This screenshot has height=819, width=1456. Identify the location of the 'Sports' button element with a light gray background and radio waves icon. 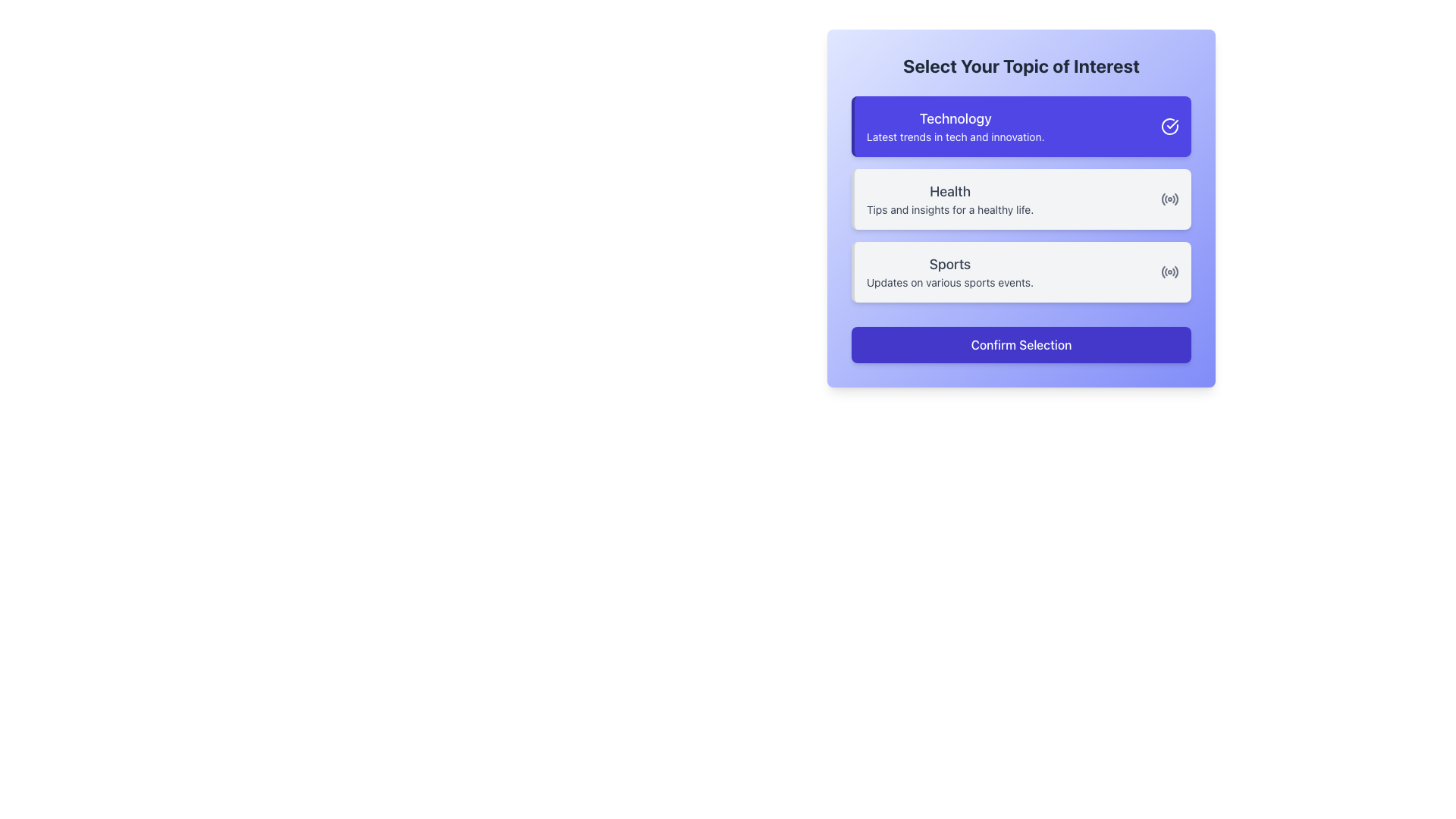
(1021, 271).